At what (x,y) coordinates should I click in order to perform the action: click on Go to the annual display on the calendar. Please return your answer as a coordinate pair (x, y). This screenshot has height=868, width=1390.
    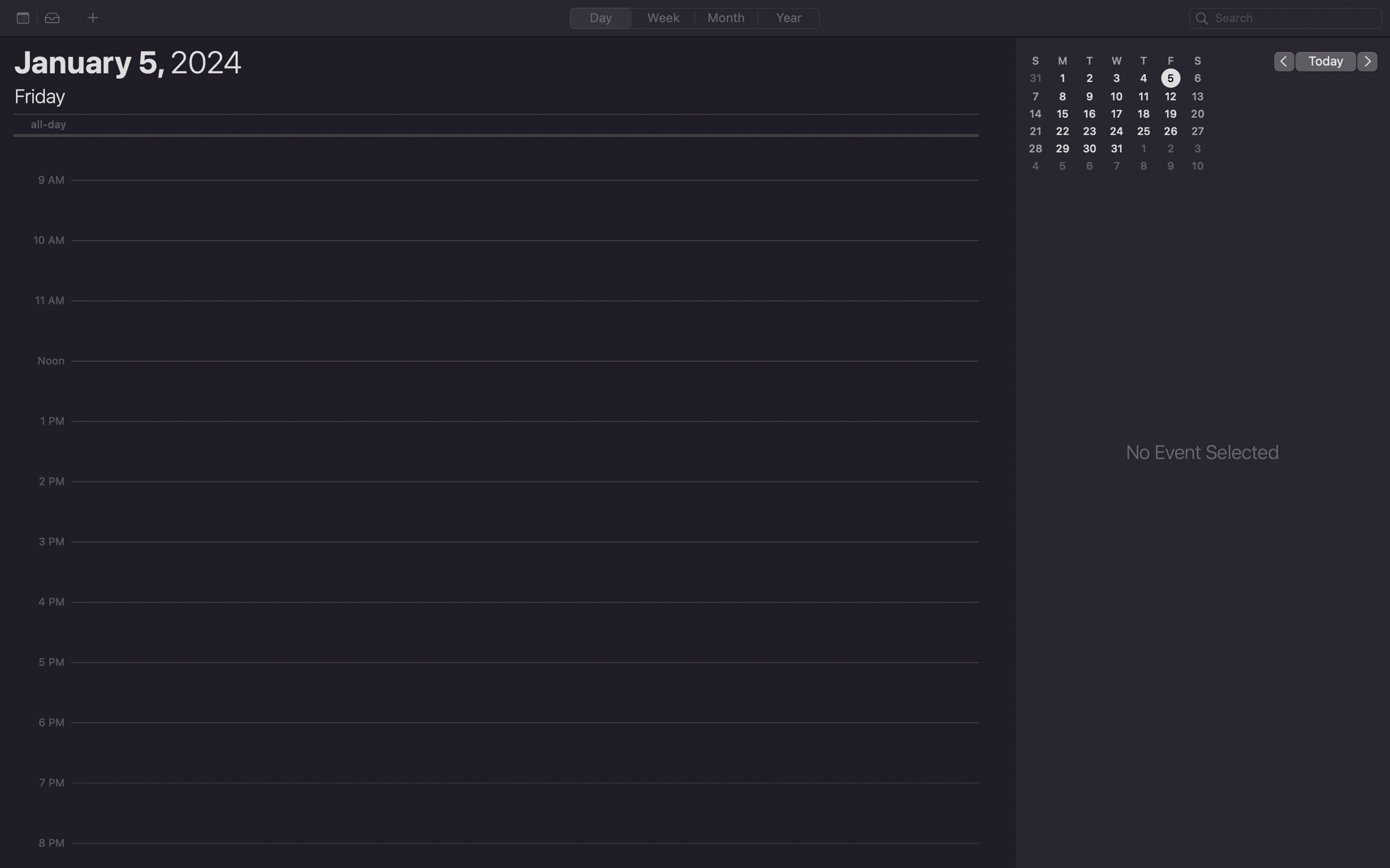
    Looking at the image, I should click on (788, 18).